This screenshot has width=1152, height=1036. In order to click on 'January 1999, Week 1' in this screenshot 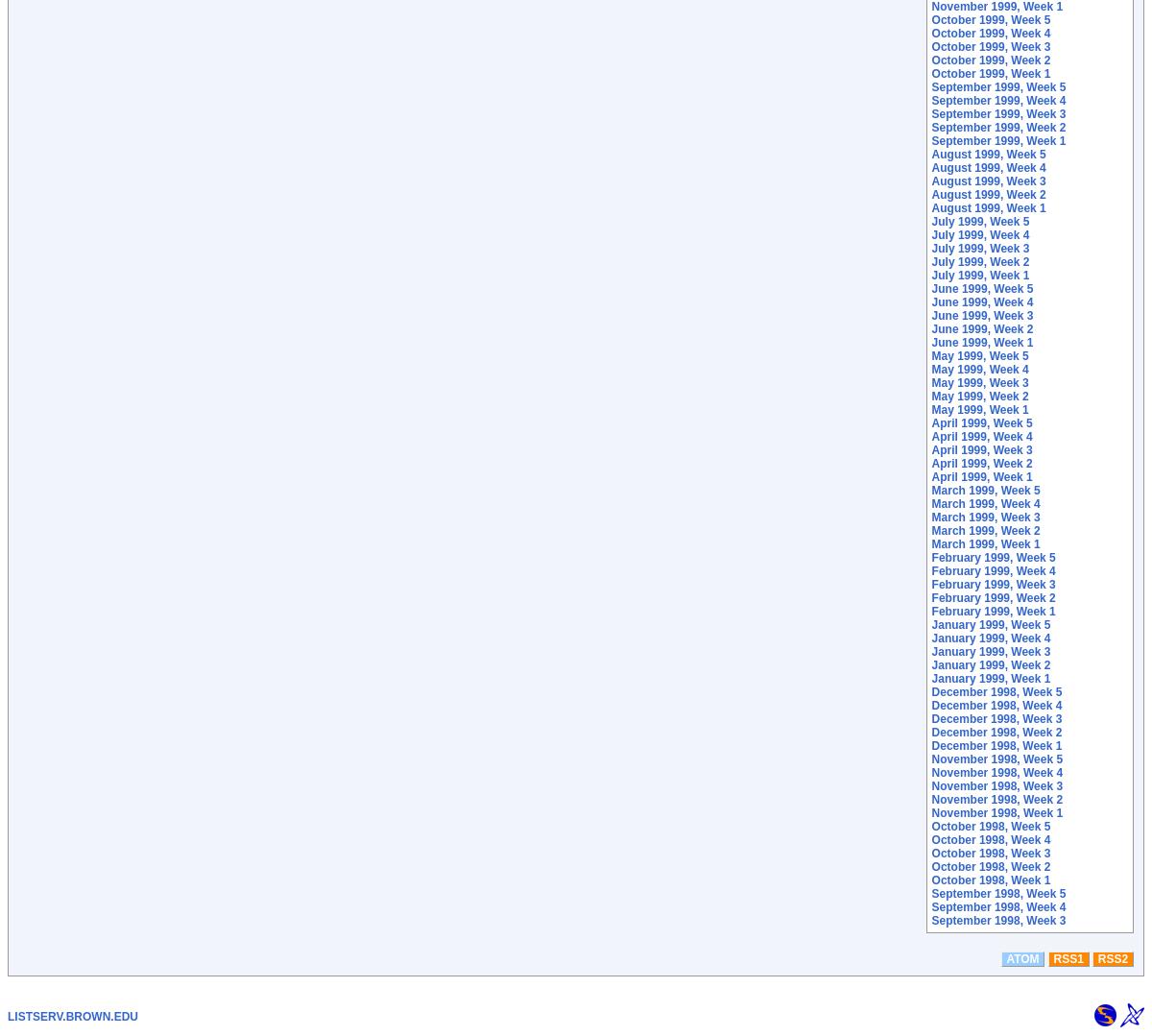, I will do `click(991, 678)`.